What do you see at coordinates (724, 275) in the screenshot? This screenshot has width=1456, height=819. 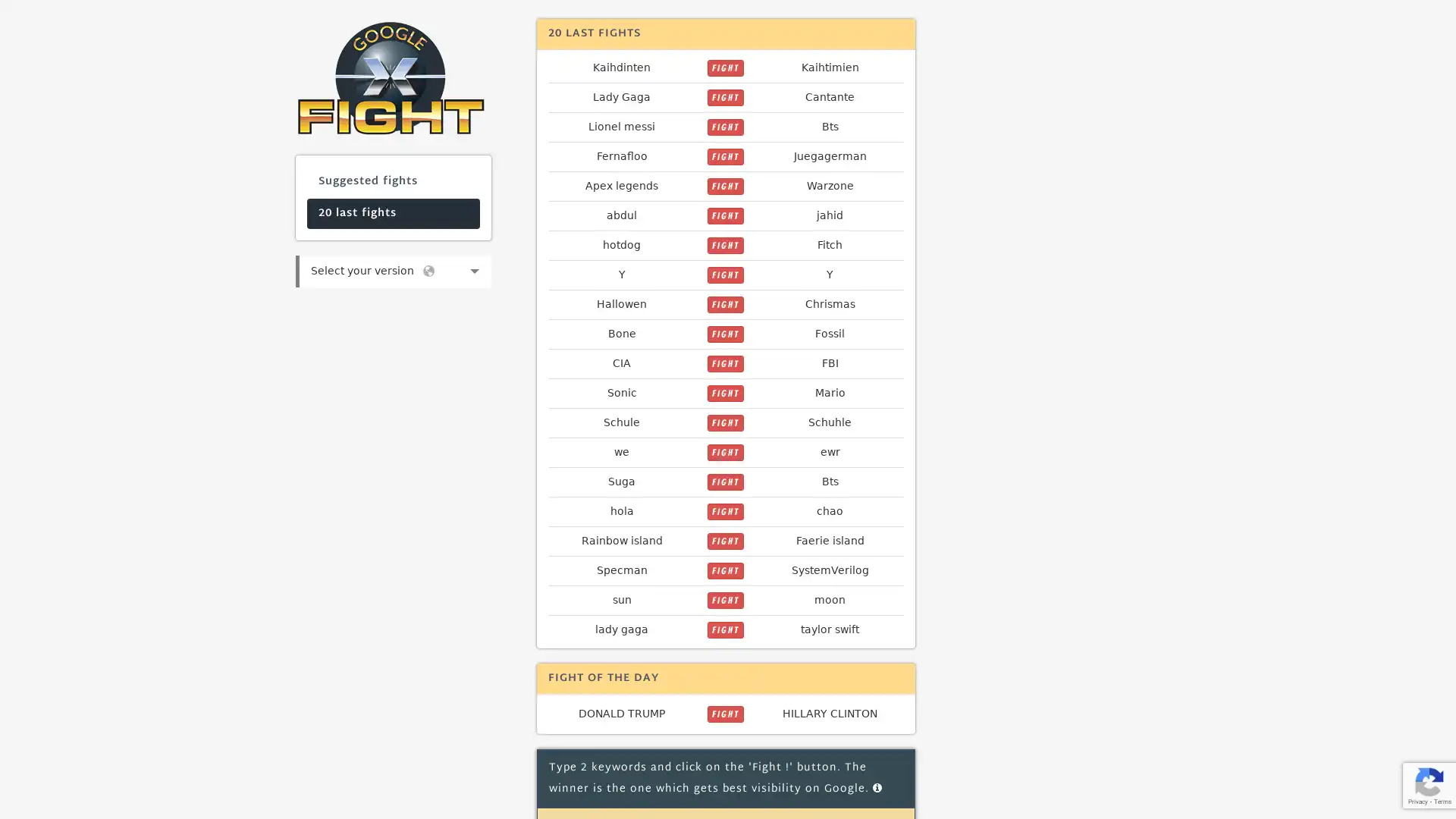 I see `FIGHT` at bounding box center [724, 275].